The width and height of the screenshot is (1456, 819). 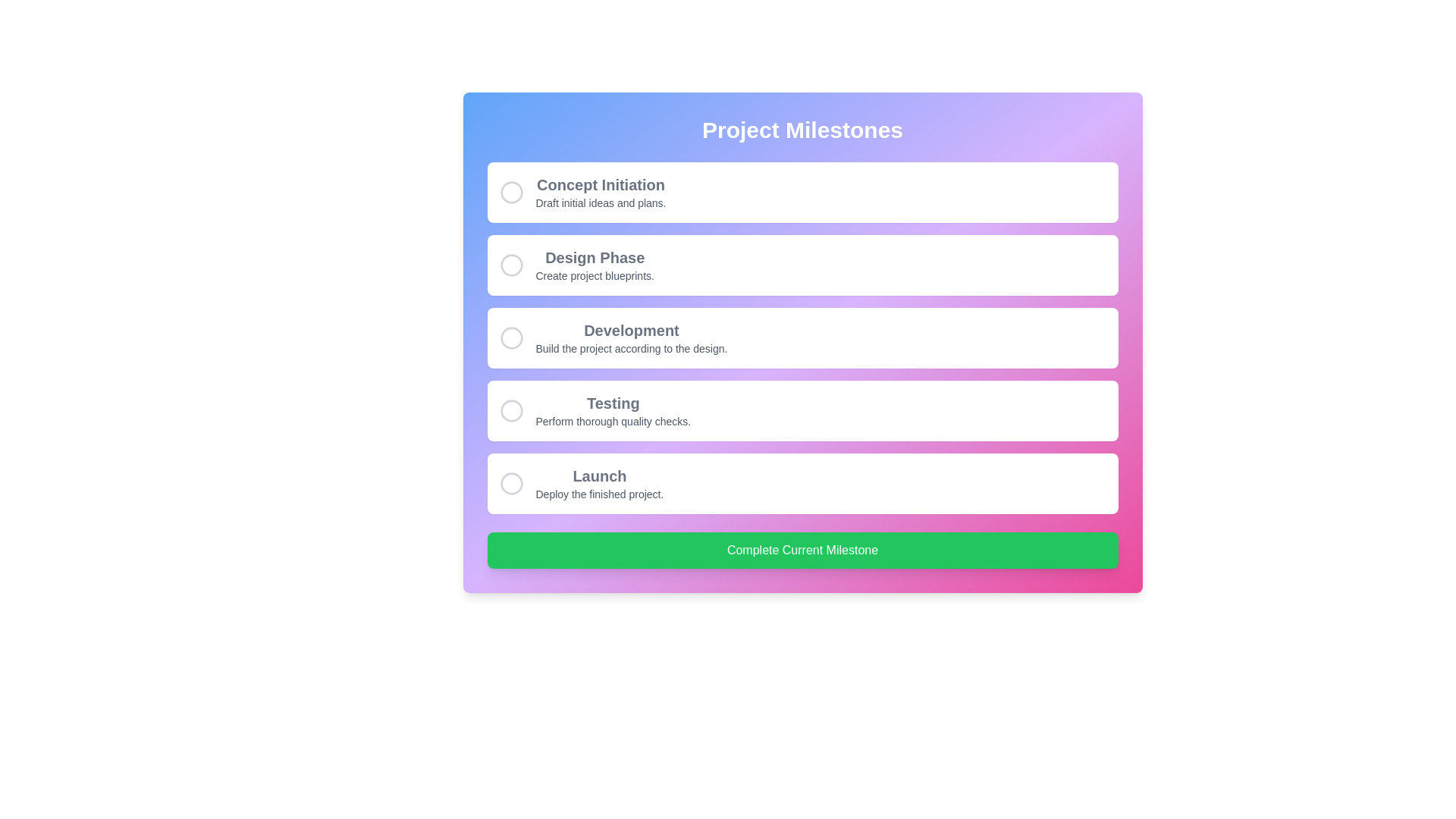 I want to click on text label displaying 'Concept Initiation' which is a large, bold, gray caption located at the top of the first milestone entry in the list, so click(x=600, y=184).